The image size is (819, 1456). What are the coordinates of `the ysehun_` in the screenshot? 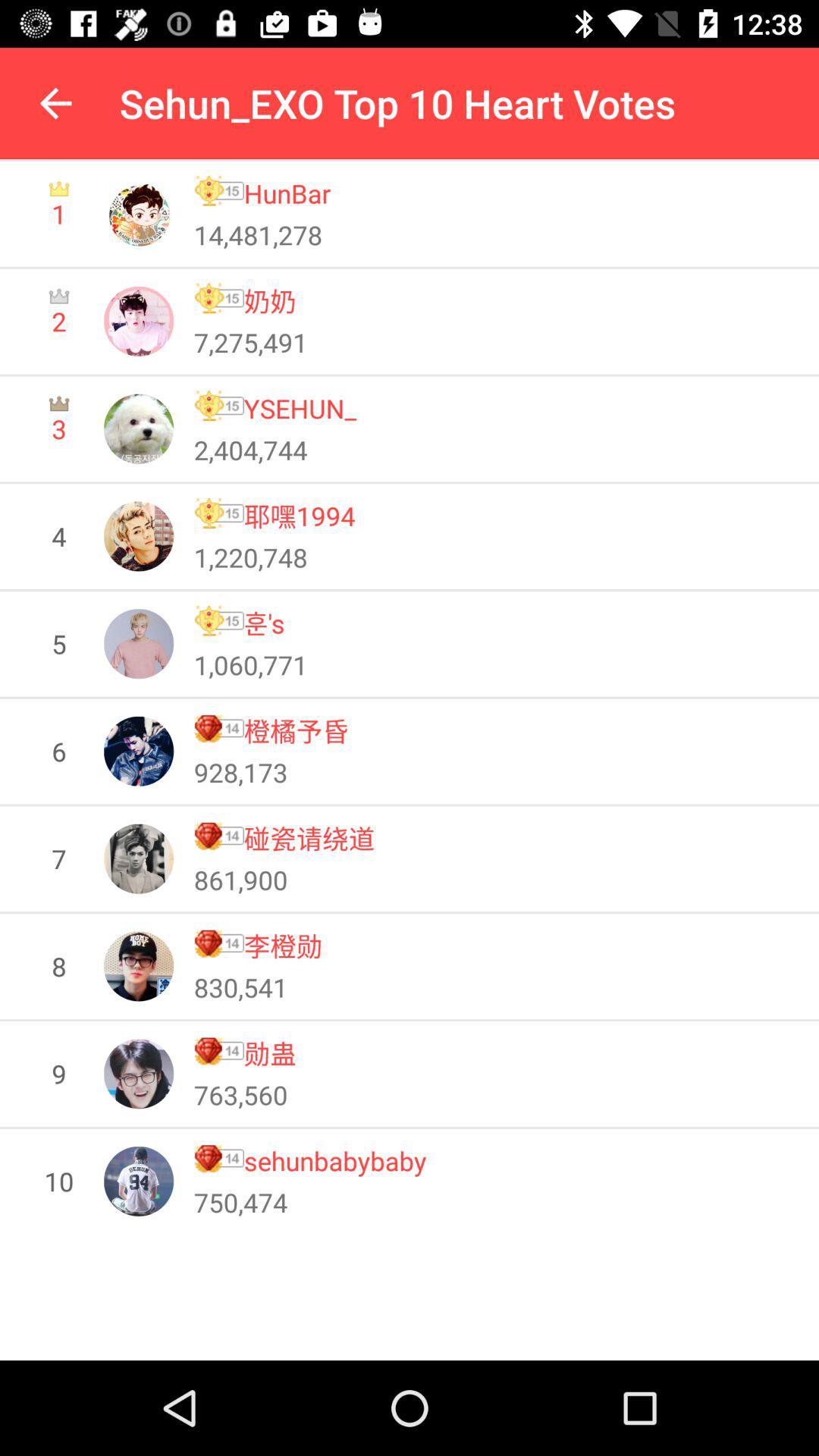 It's located at (300, 408).